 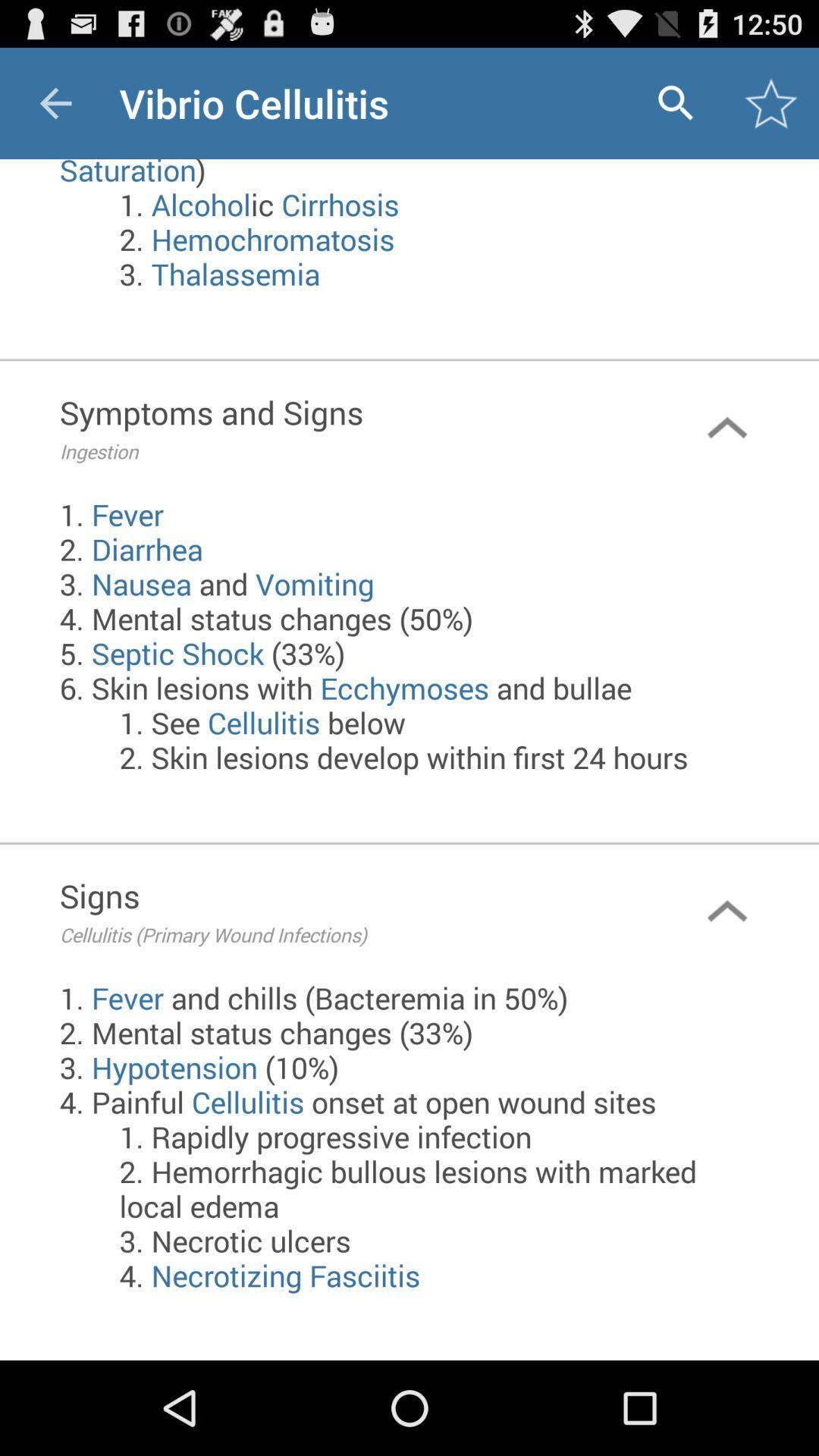 I want to click on icon next to the vibrio cellulitis item, so click(x=675, y=102).